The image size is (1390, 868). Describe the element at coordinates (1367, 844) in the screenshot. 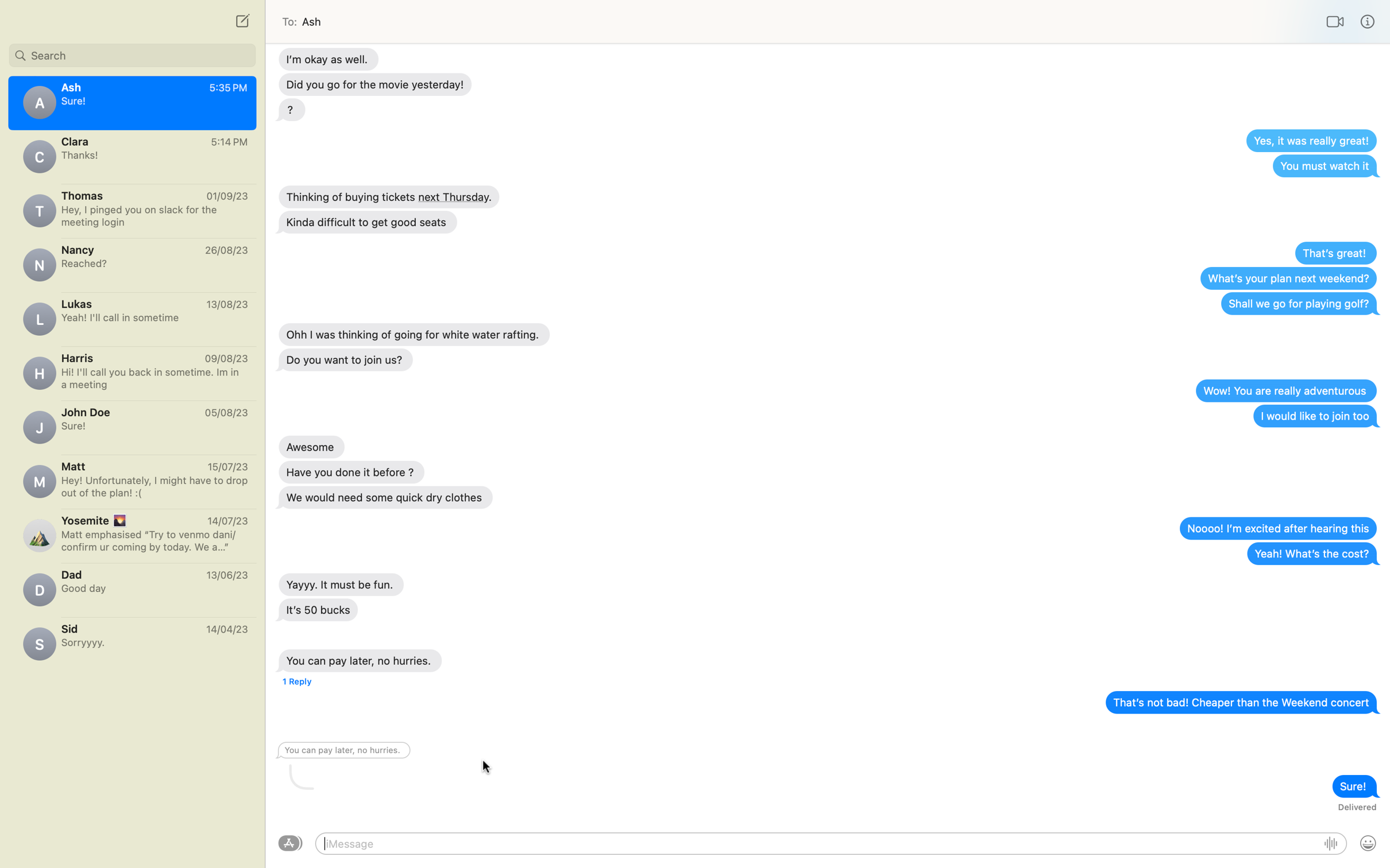

I see `the emoji option through clicking` at that location.